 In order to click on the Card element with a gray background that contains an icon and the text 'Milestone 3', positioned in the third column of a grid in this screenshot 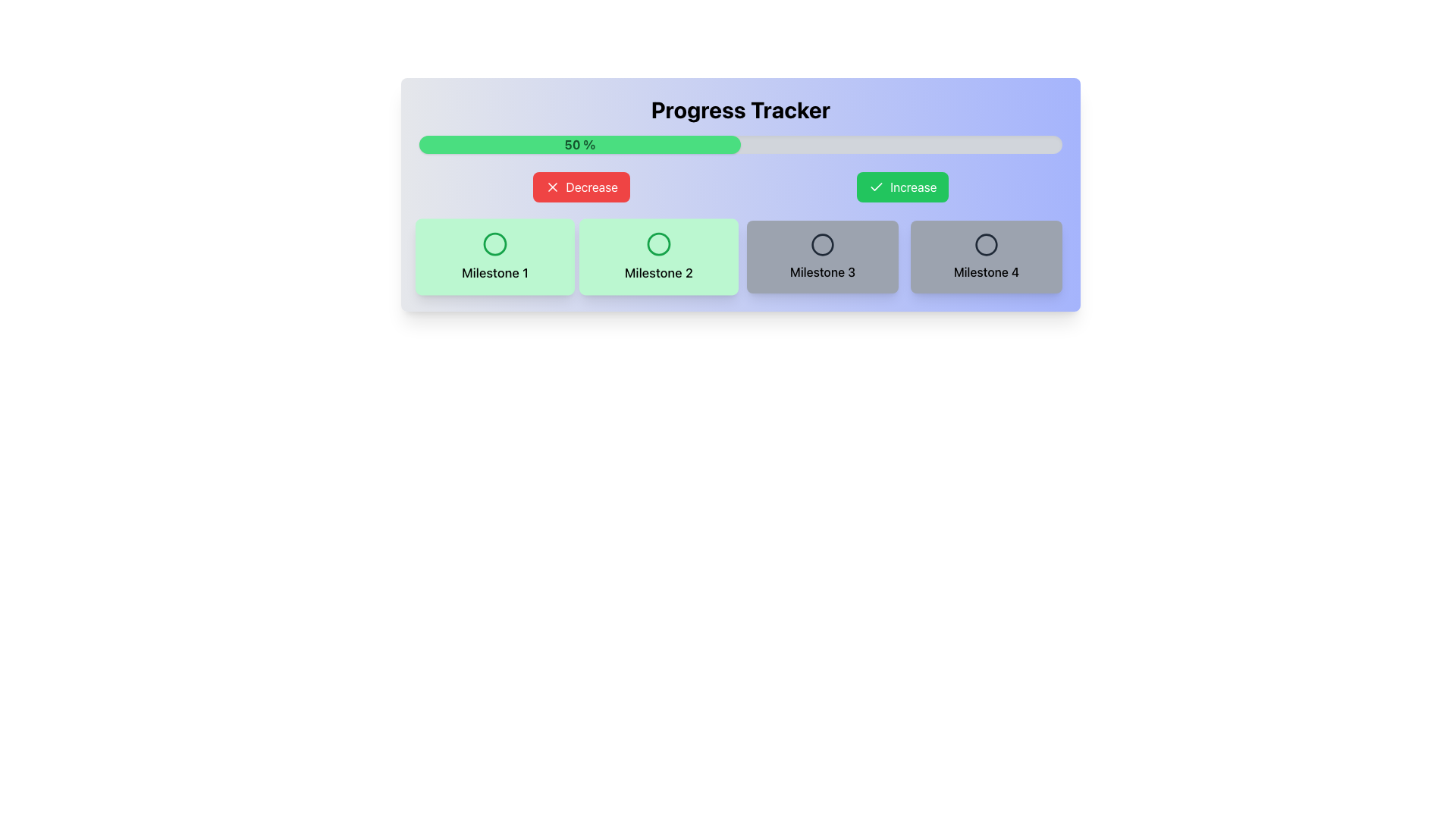, I will do `click(821, 256)`.